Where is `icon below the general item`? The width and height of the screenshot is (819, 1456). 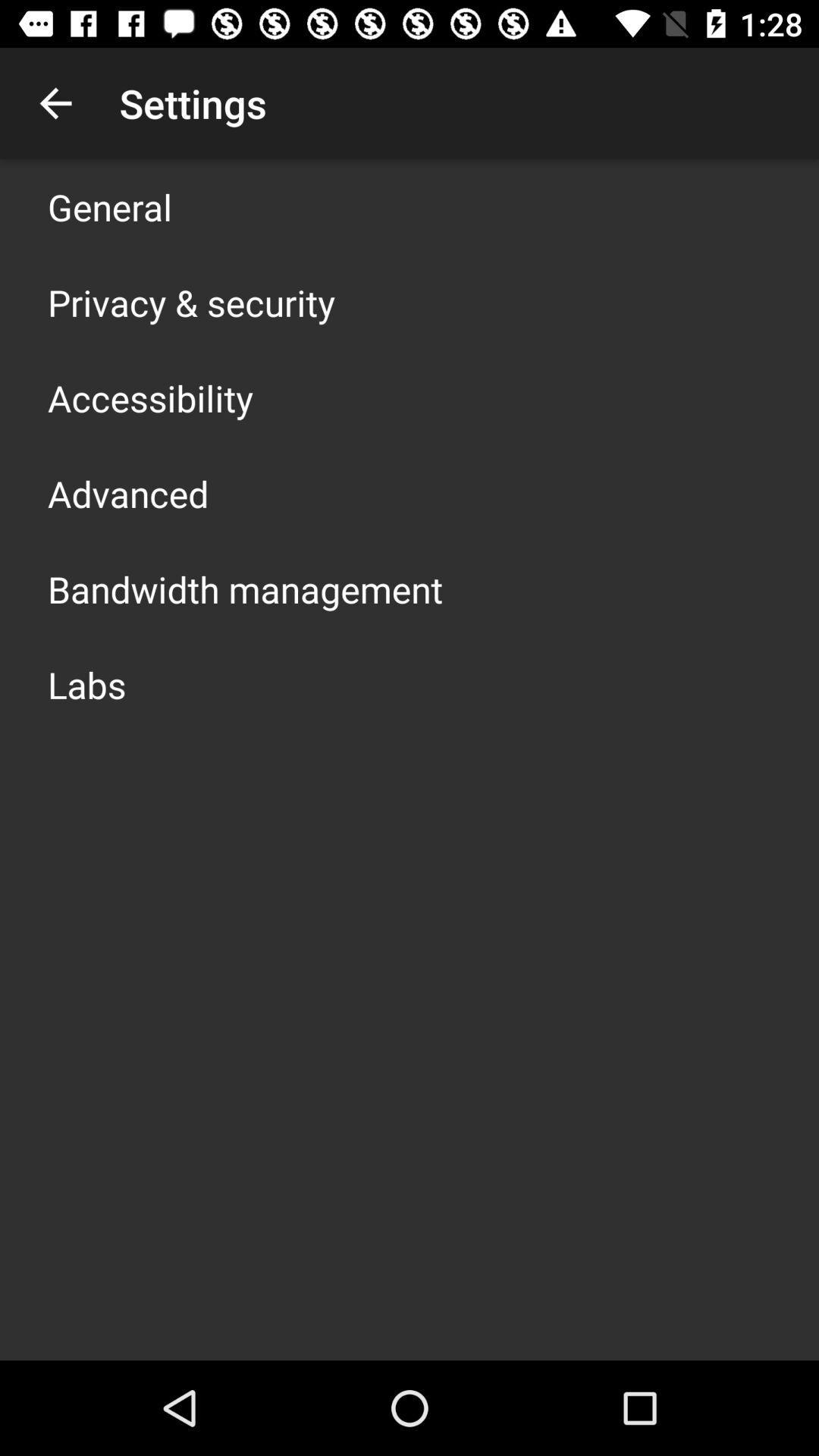
icon below the general item is located at coordinates (190, 302).